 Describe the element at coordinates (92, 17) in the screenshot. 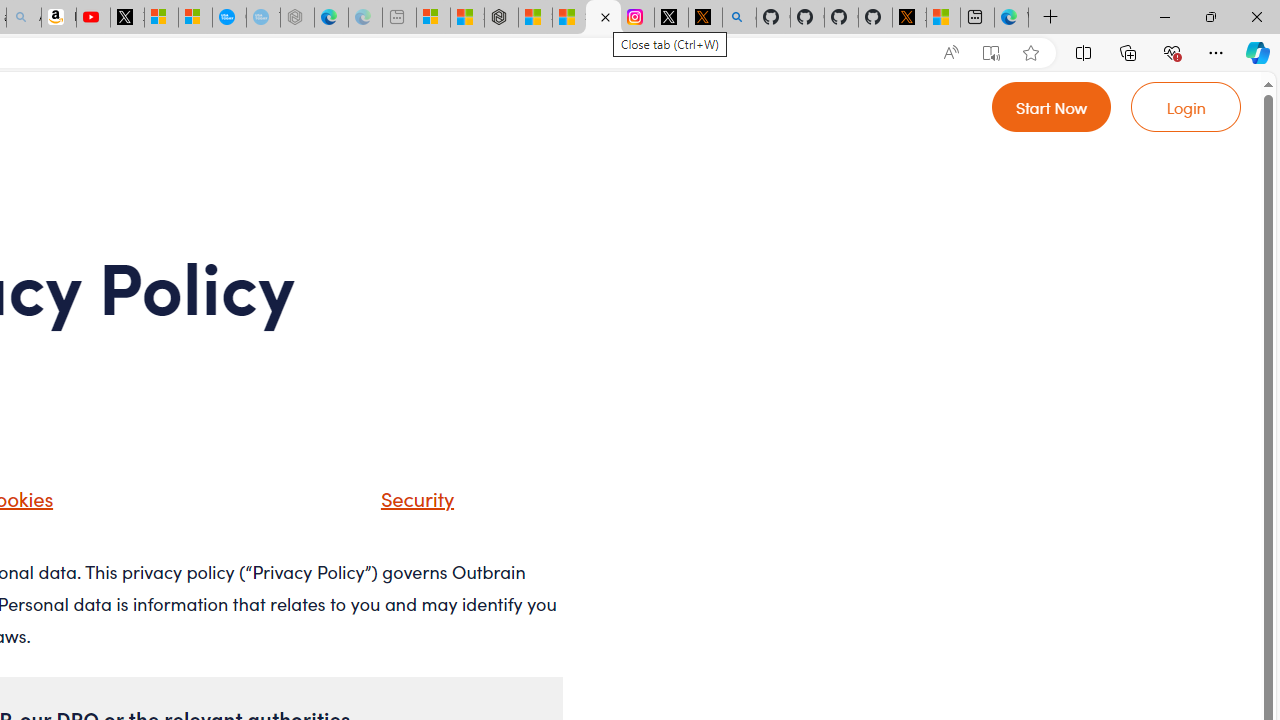

I see `'Day 1: Arriving in Yemen (surreal to be here) - YouTube'` at that location.